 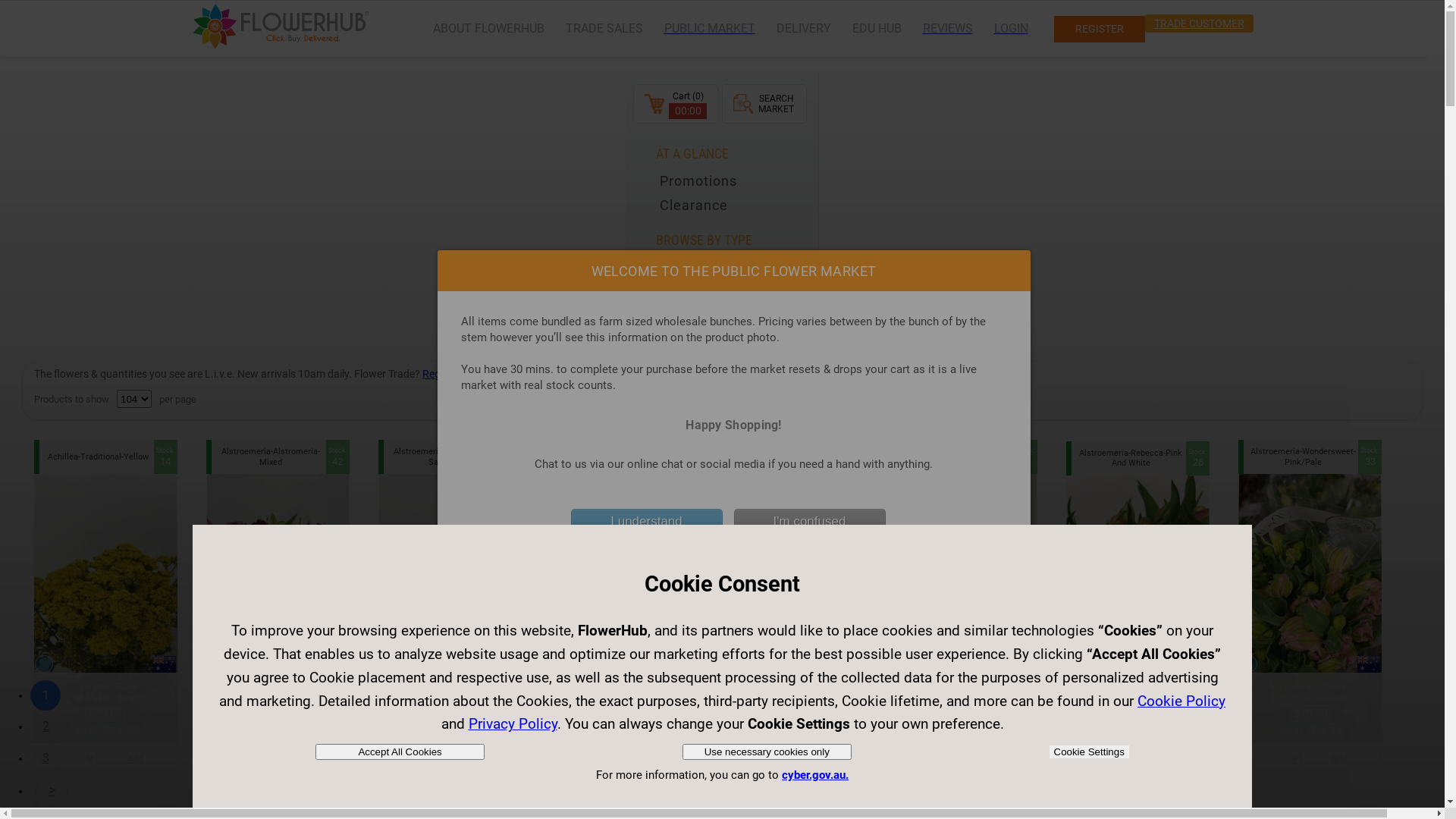 I want to click on 'Cookie Policy', so click(x=1181, y=701).